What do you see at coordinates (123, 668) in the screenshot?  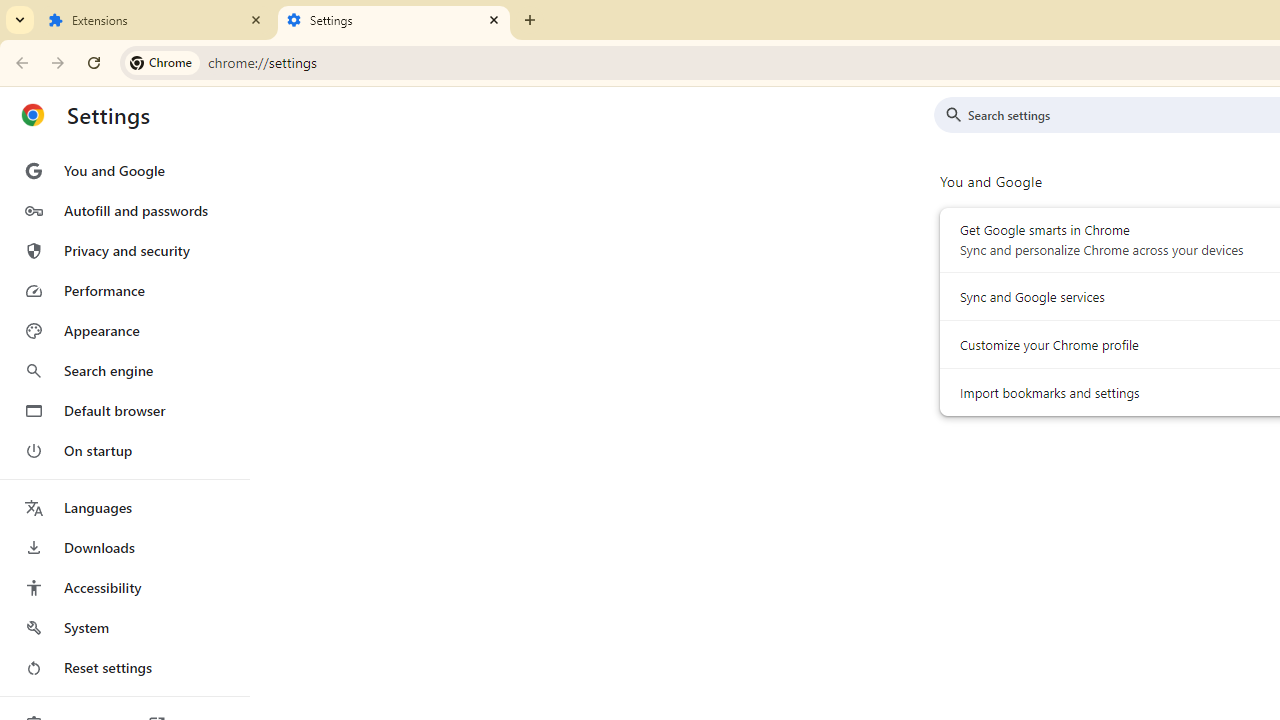 I see `'Reset settings'` at bounding box center [123, 668].